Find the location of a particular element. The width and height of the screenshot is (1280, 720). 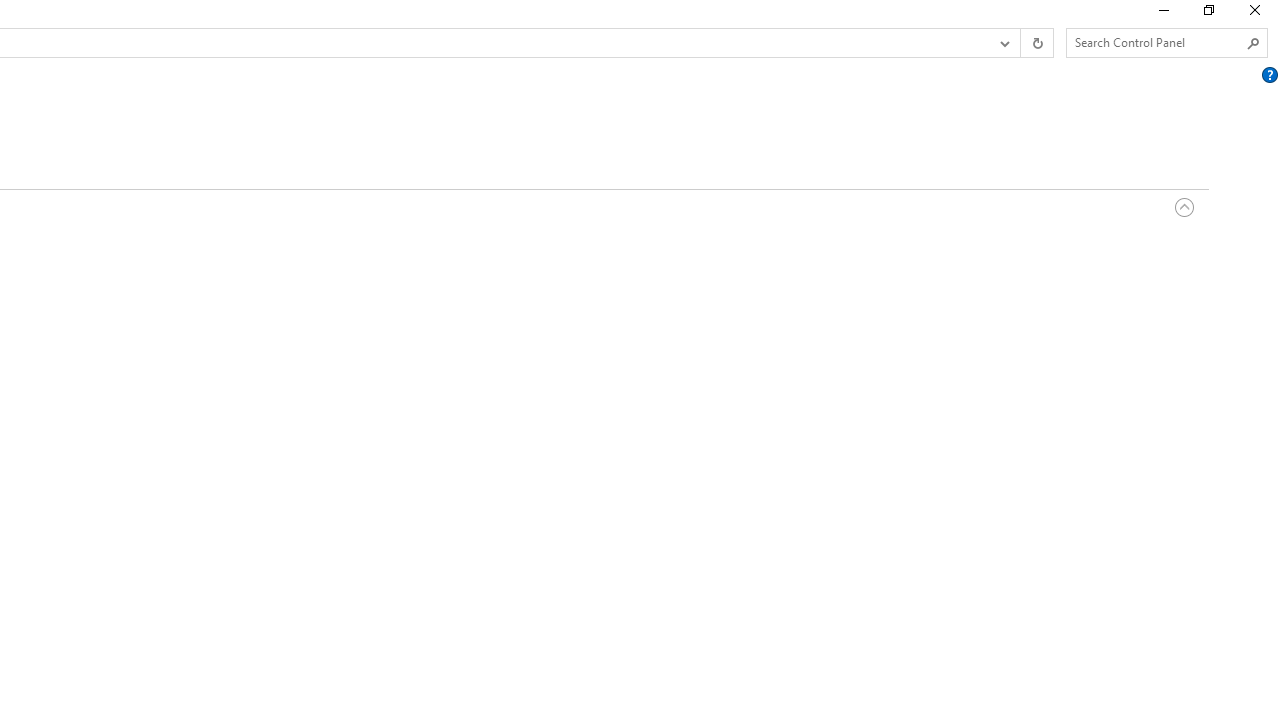

'Restore' is located at coordinates (1207, 15).